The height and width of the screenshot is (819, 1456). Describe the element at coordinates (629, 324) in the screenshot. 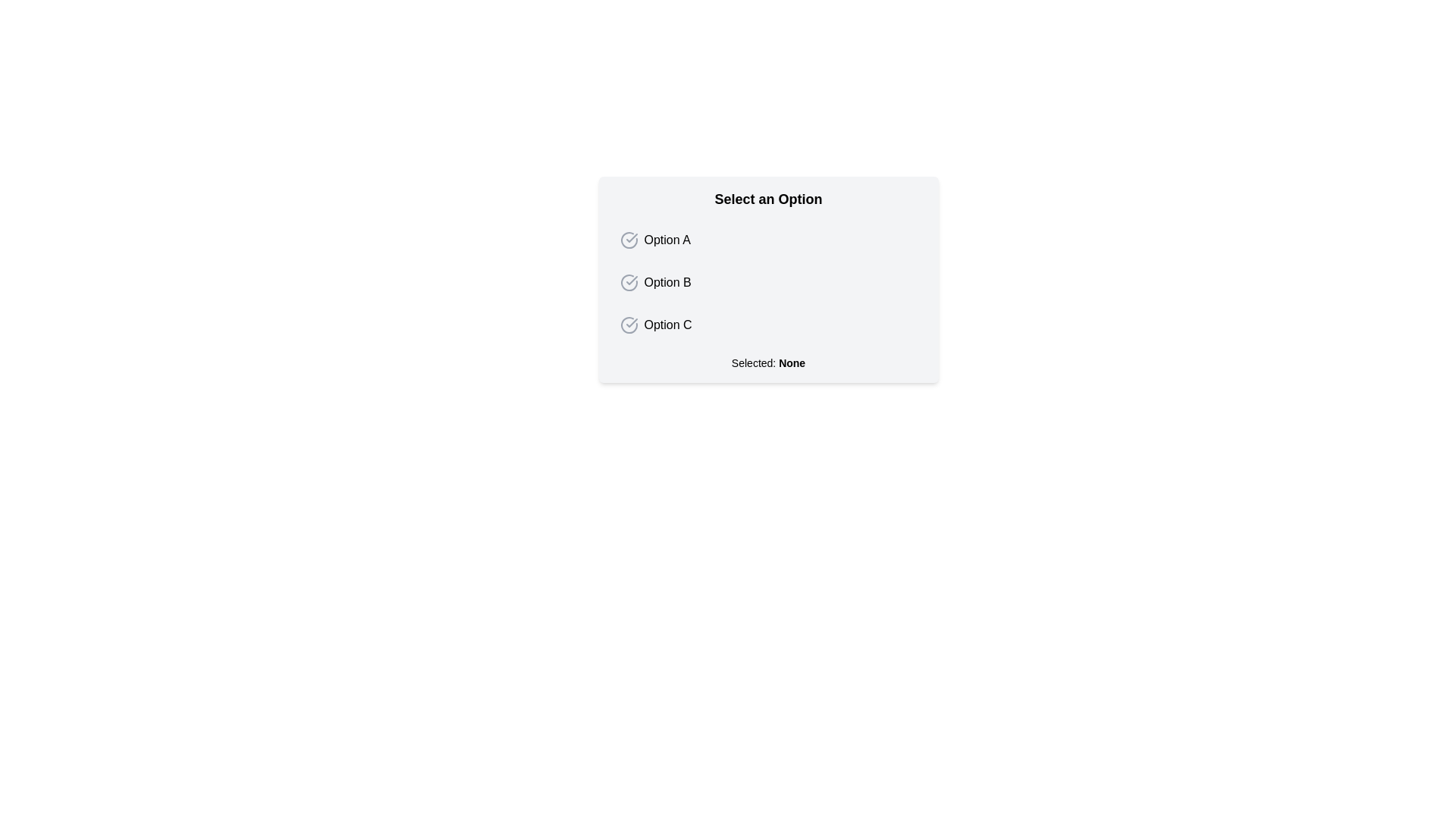

I see `the circular radio button indicator with a checkmark inside, which is located to the left of the text label 'Option C'` at that location.